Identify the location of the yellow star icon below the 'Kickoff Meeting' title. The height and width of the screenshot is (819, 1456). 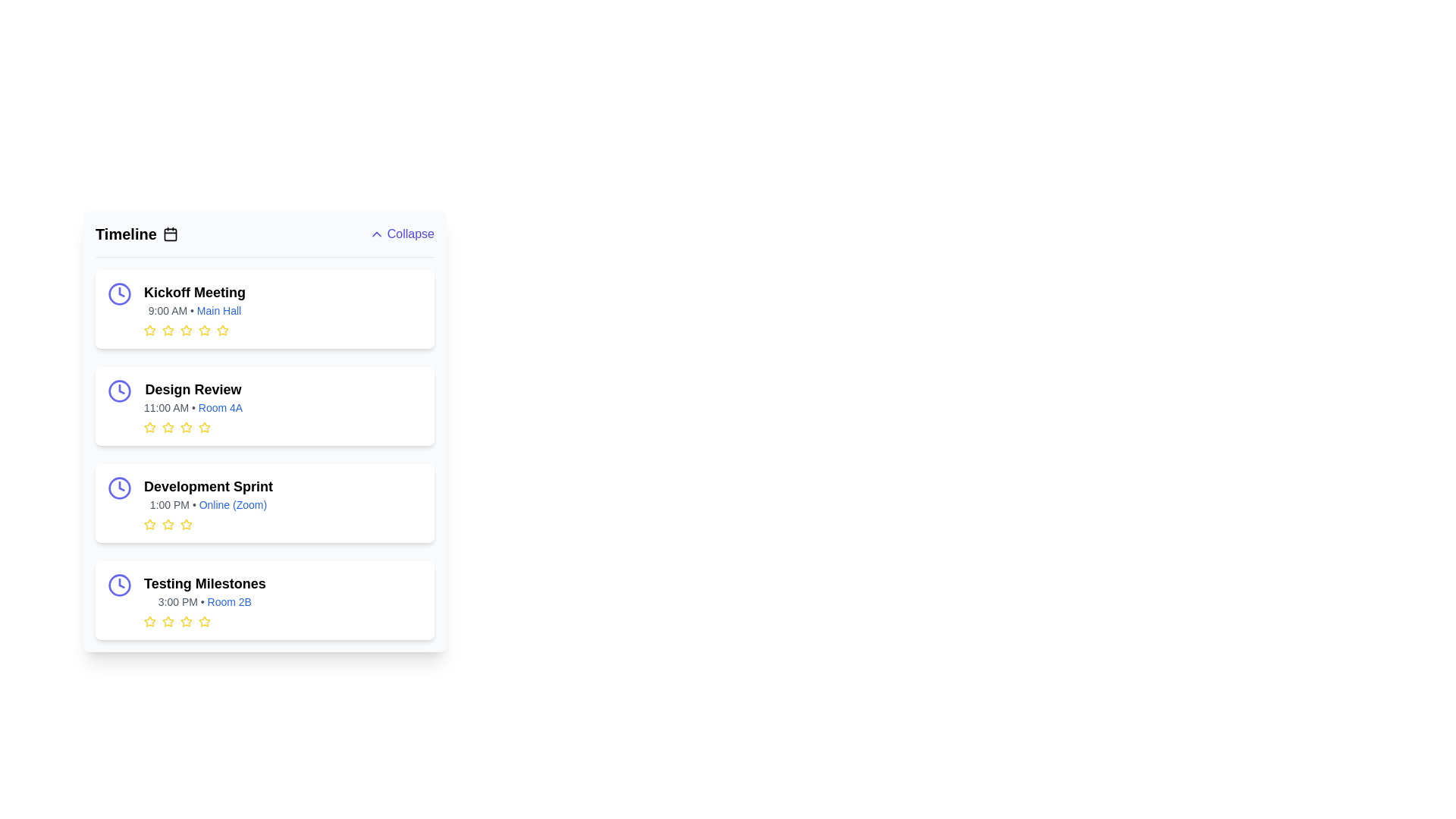
(221, 329).